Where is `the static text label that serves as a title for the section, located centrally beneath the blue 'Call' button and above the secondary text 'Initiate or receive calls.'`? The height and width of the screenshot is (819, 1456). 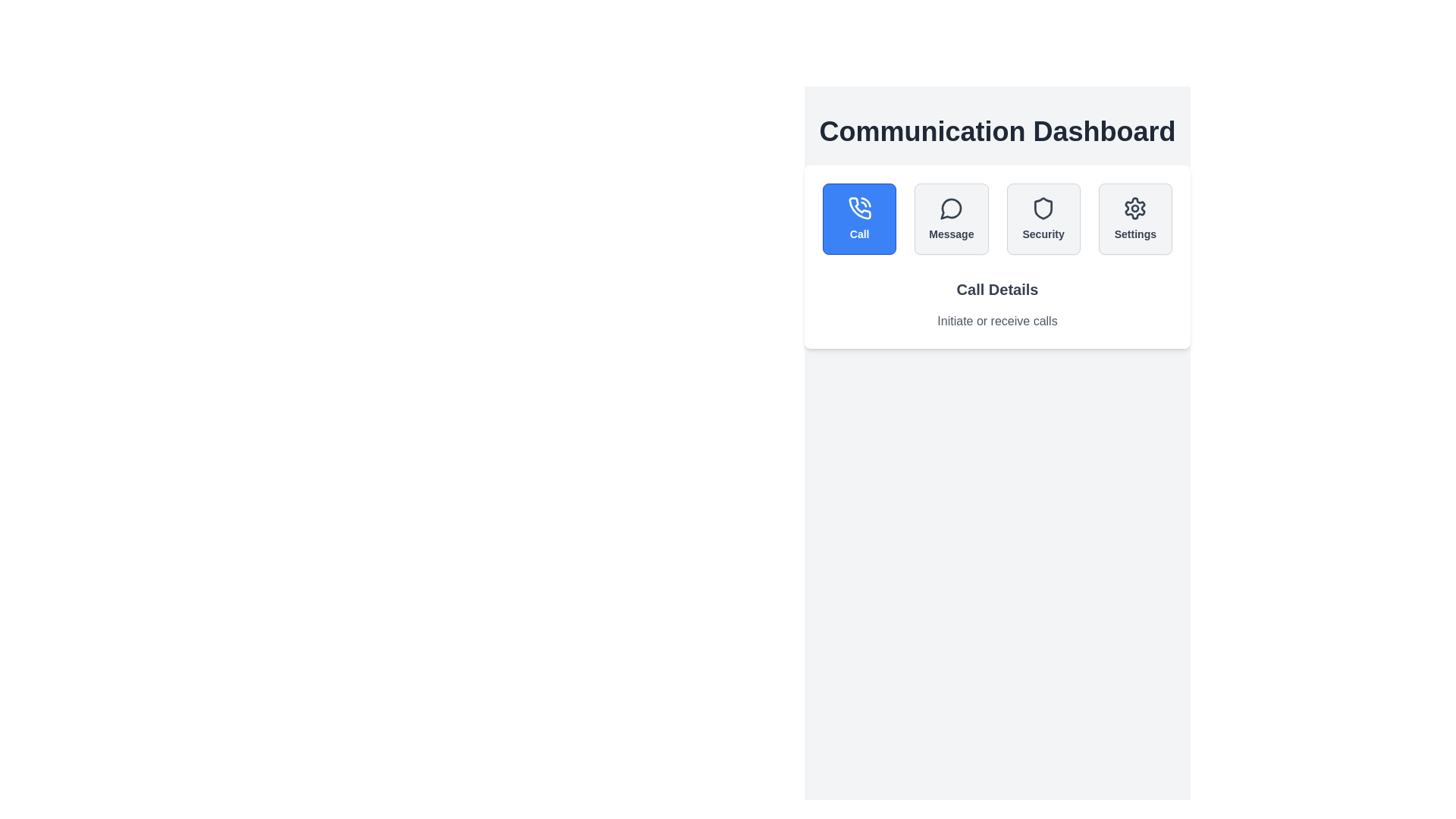
the static text label that serves as a title for the section, located centrally beneath the blue 'Call' button and above the secondary text 'Initiate or receive calls.' is located at coordinates (997, 289).